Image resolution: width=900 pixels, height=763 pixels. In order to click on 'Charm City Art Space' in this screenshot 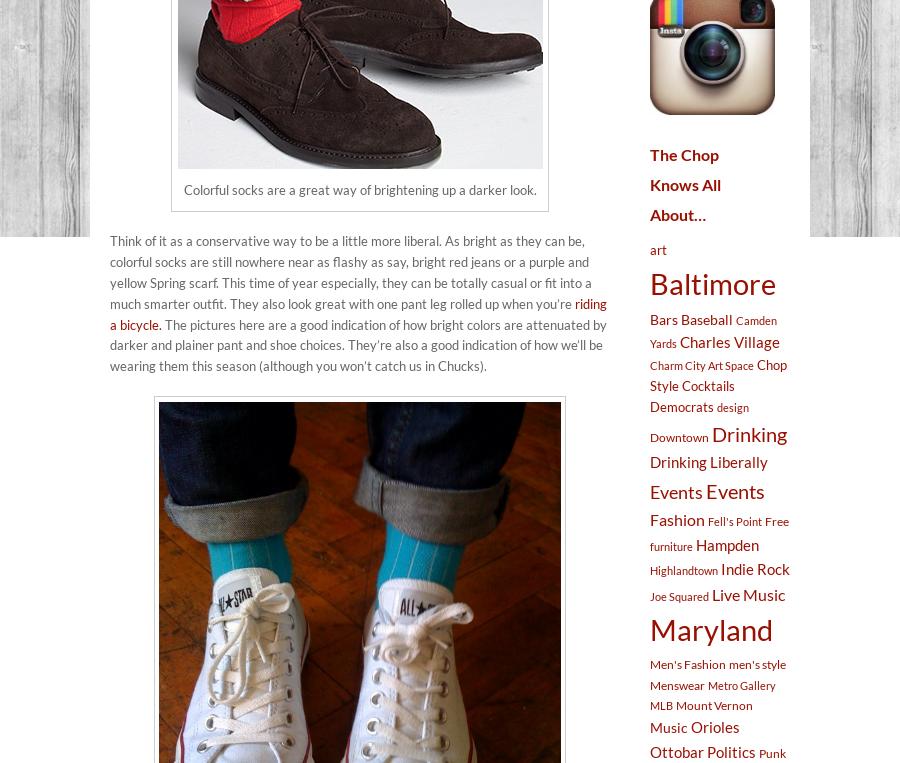, I will do `click(701, 363)`.